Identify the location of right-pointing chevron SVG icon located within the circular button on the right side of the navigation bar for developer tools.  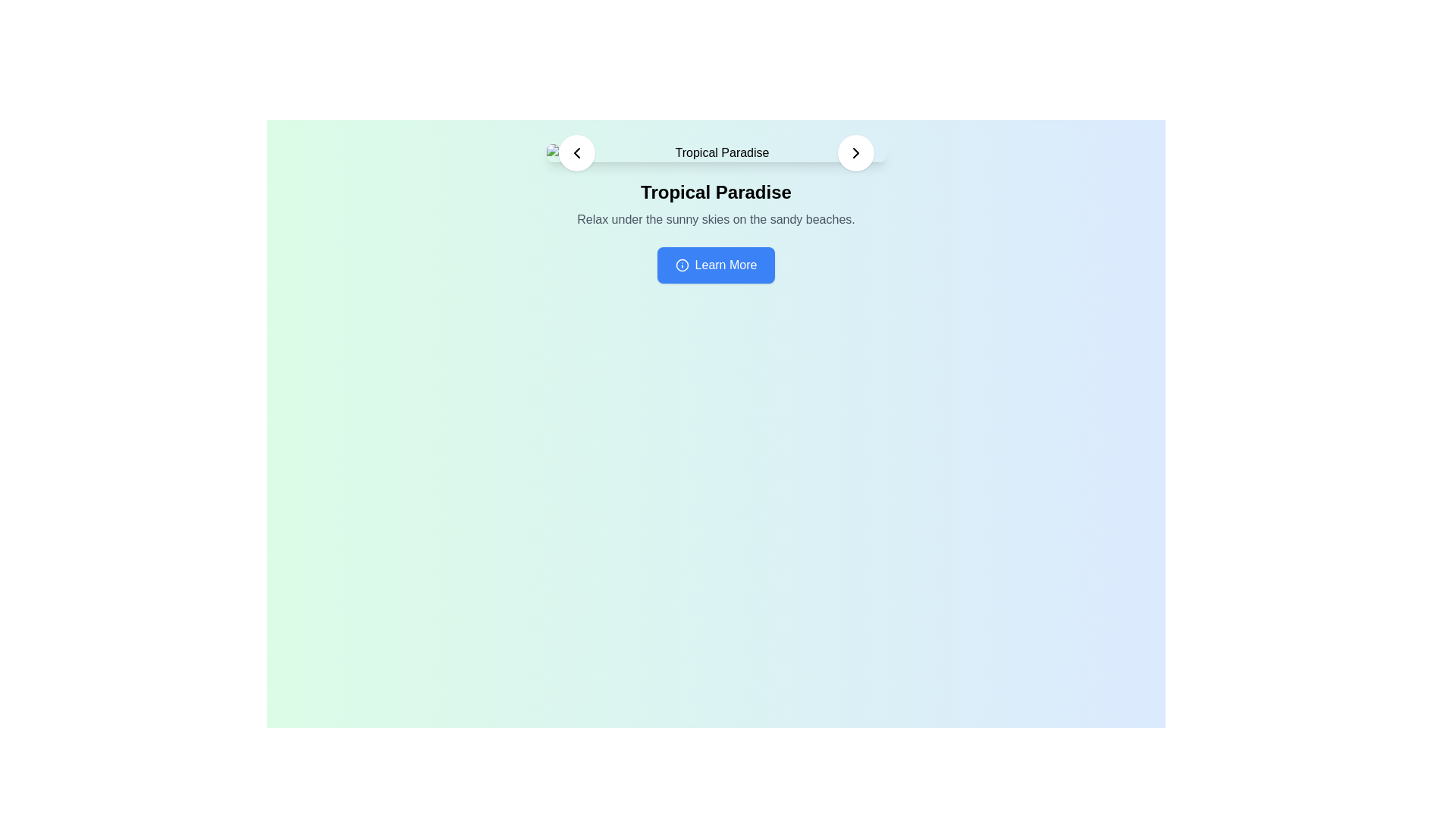
(855, 152).